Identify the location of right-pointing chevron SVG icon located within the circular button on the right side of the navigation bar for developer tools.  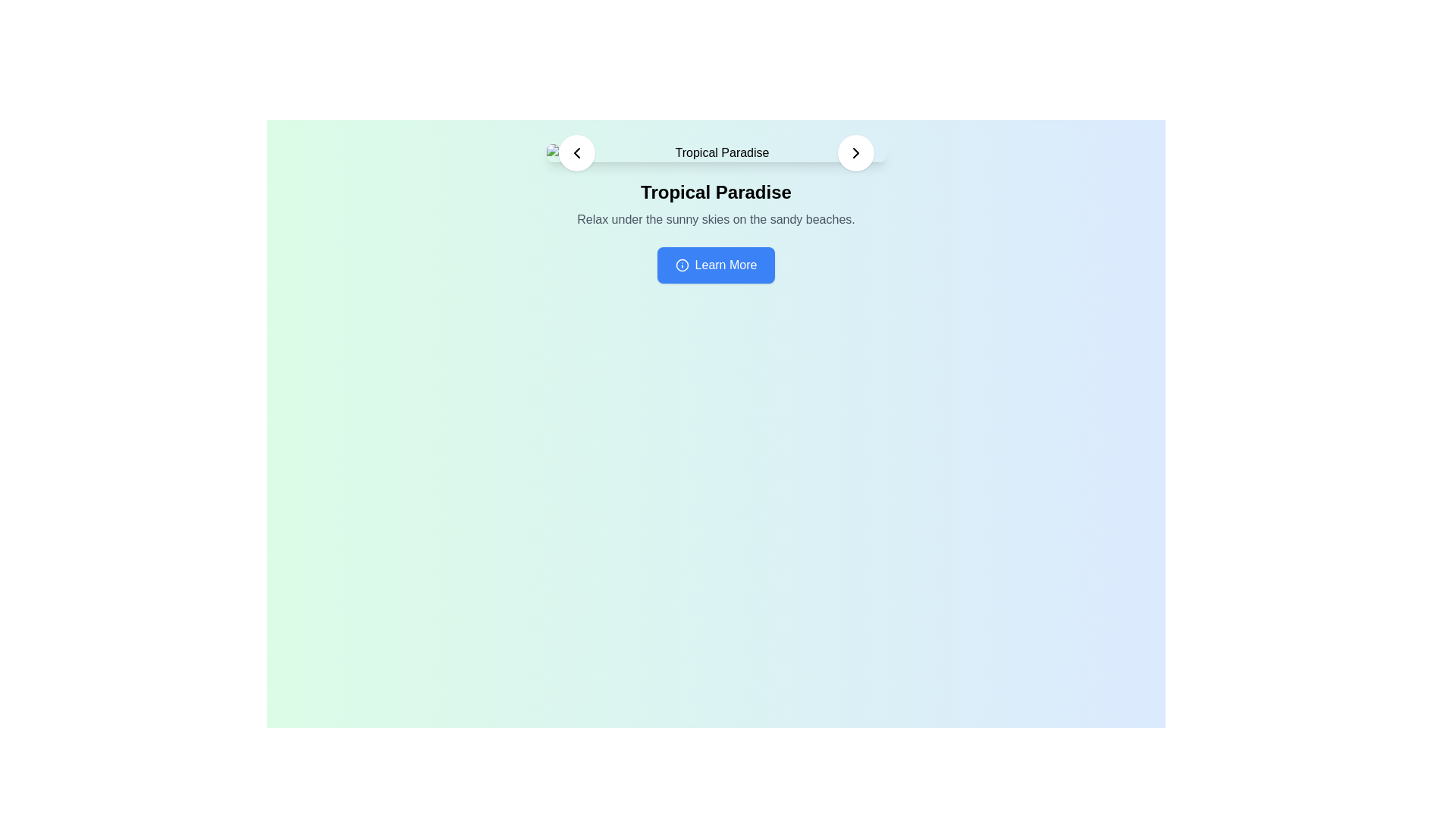
(855, 152).